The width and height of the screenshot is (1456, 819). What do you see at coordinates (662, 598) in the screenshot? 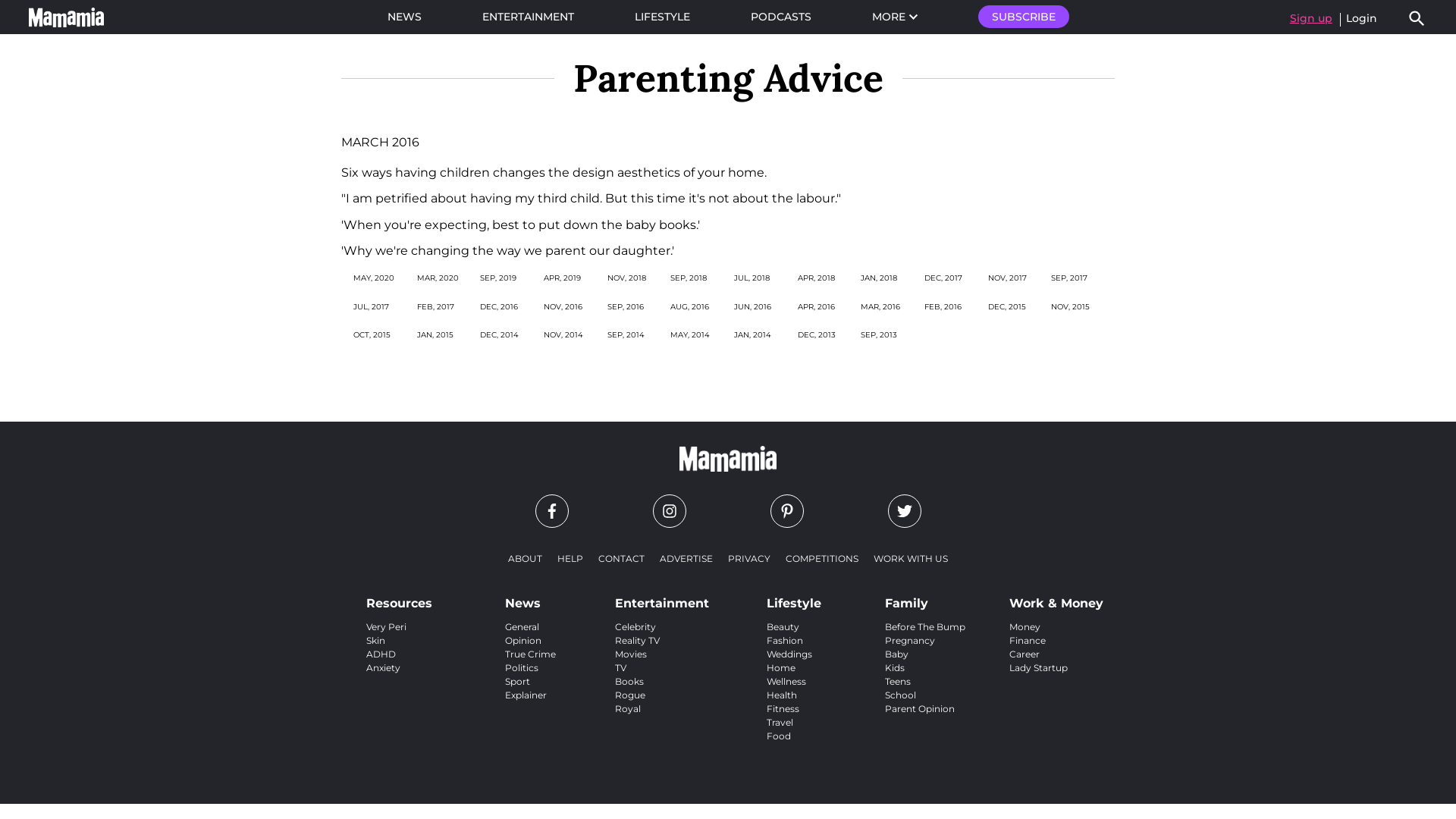
I see `'Entertainment'` at bounding box center [662, 598].